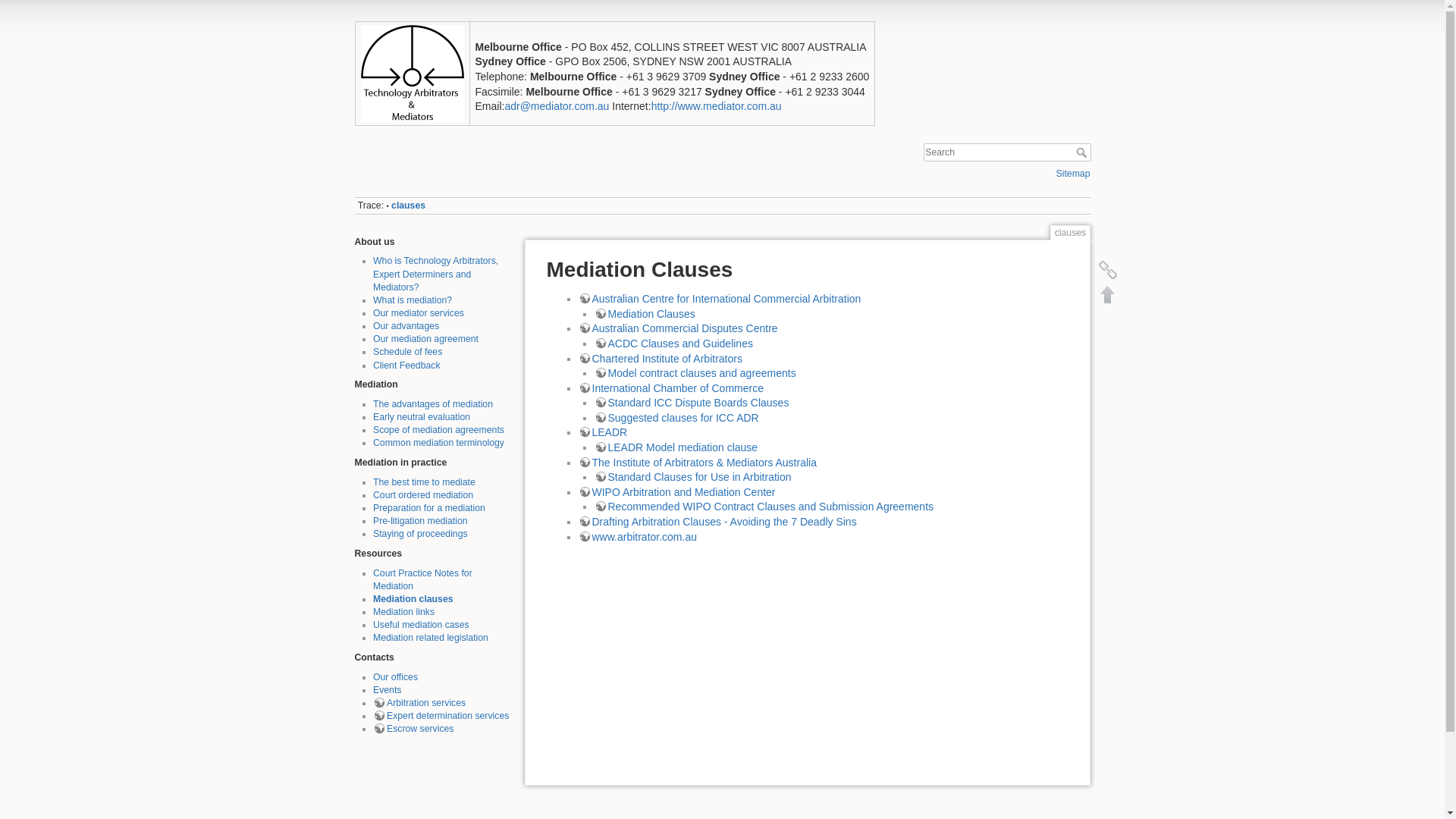 This screenshot has height=819, width=1456. I want to click on 'Sitemap', so click(1072, 172).